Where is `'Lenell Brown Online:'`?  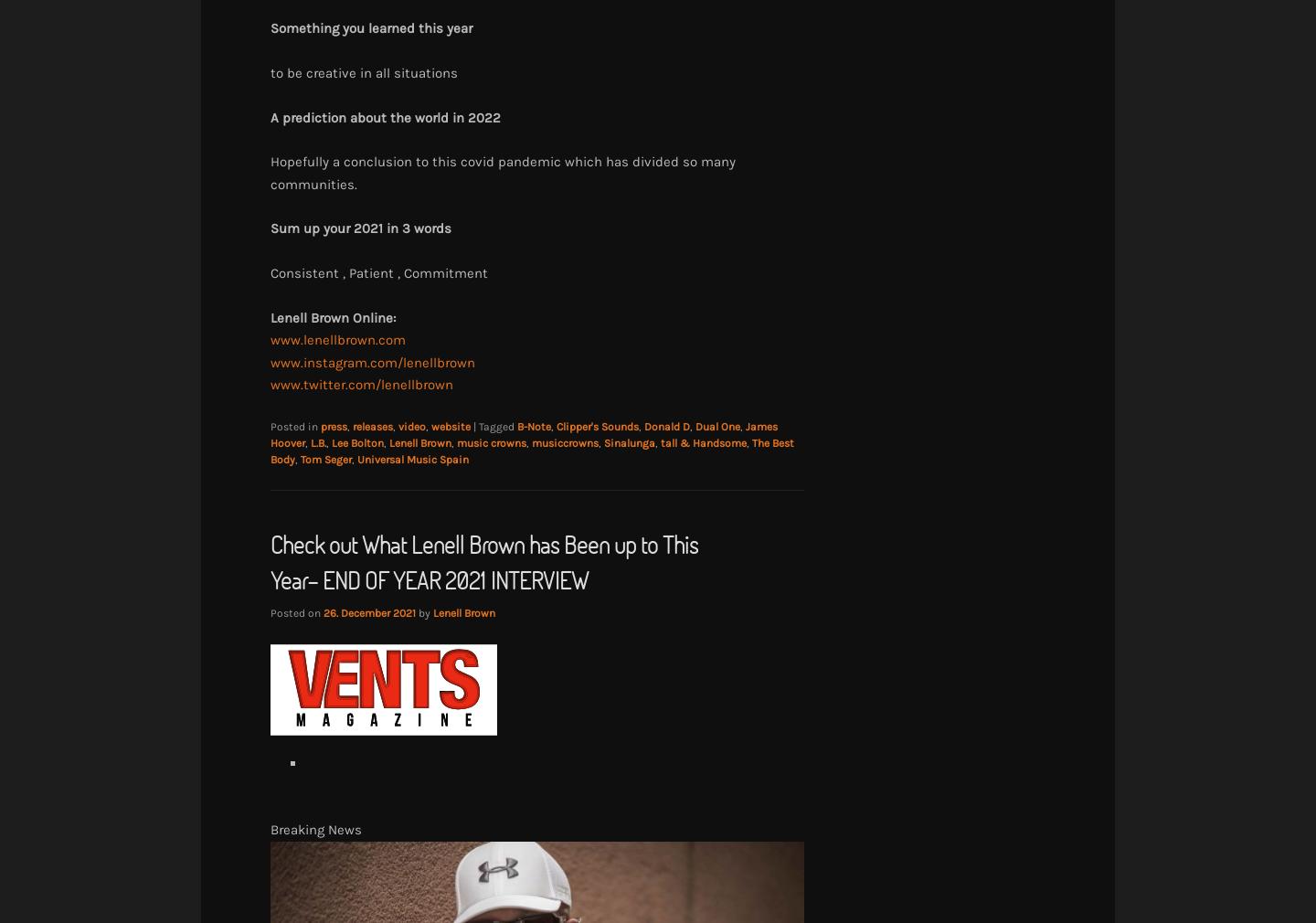
'Lenell Brown Online:' is located at coordinates (332, 317).